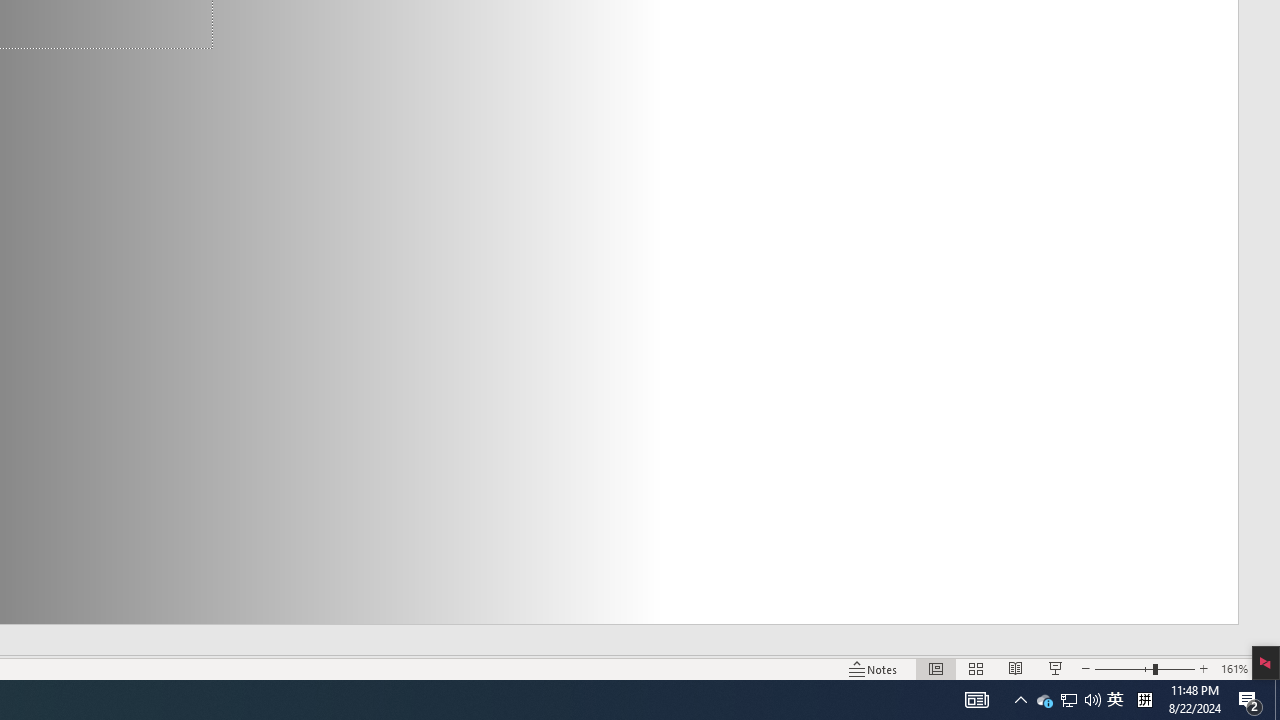 The width and height of the screenshot is (1280, 720). Describe the element at coordinates (935, 669) in the screenshot. I see `'Normal'` at that location.